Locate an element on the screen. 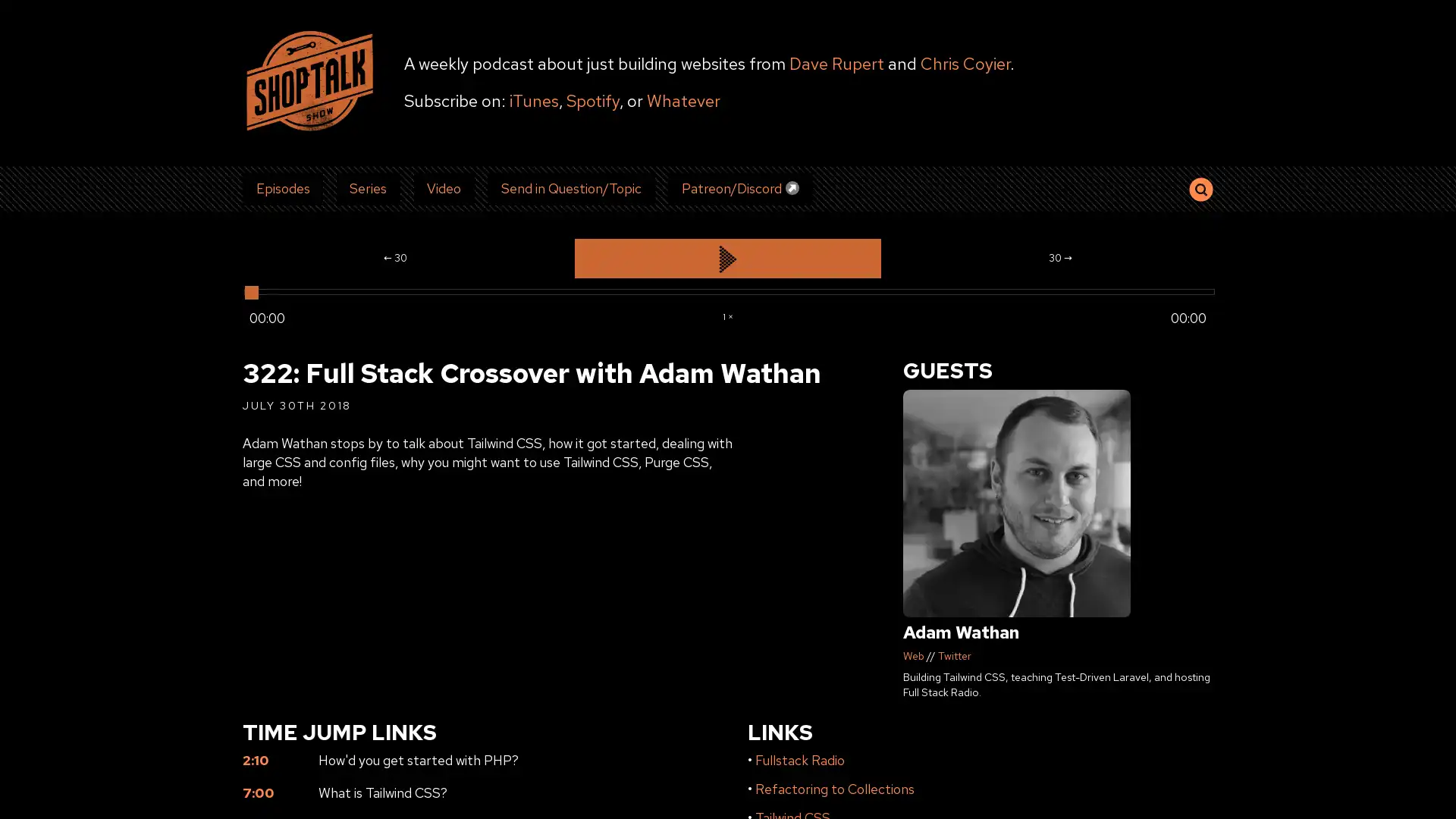 This screenshot has height=819, width=1456. 1 is located at coordinates (726, 314).